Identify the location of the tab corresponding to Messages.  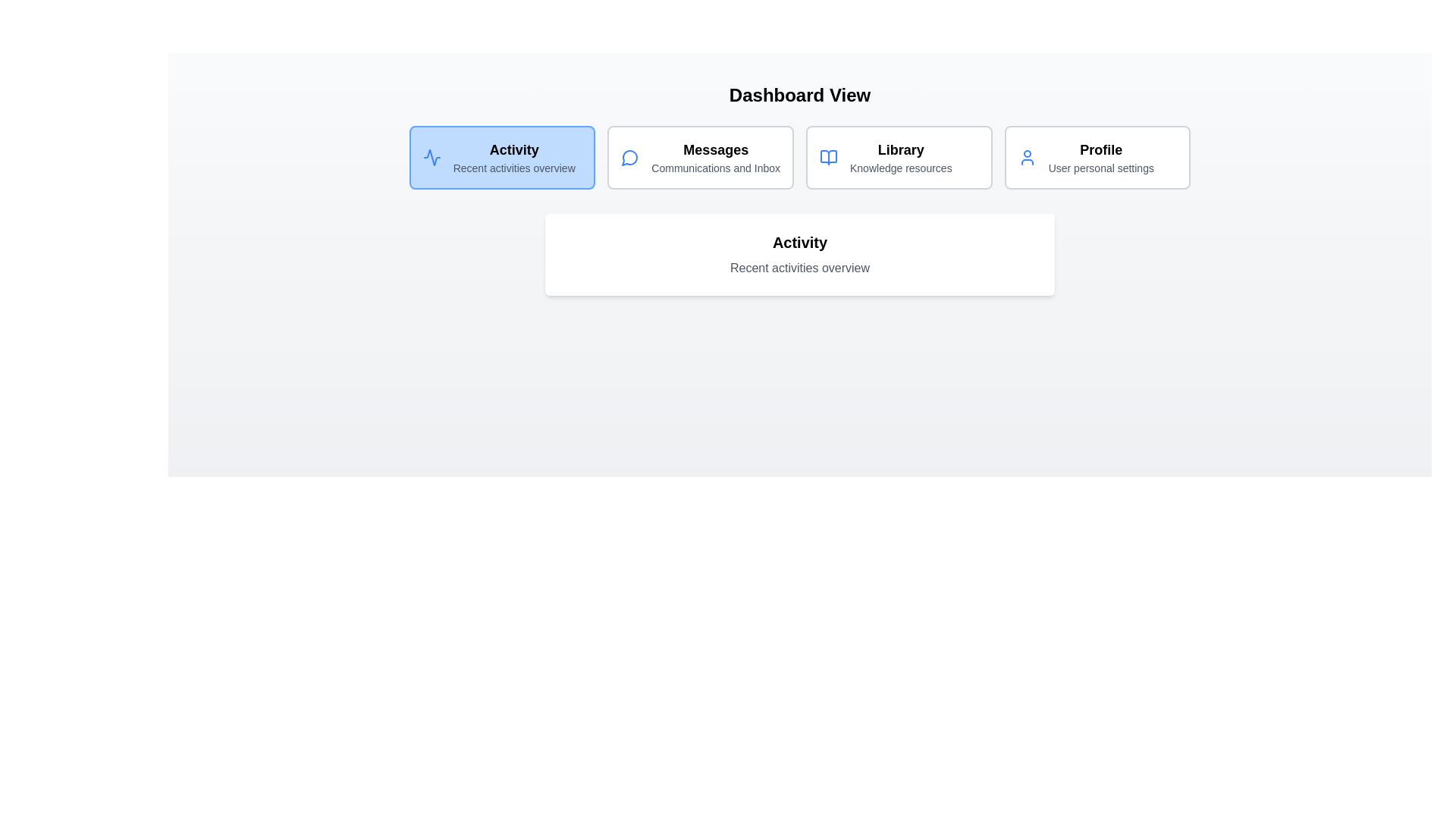
(700, 158).